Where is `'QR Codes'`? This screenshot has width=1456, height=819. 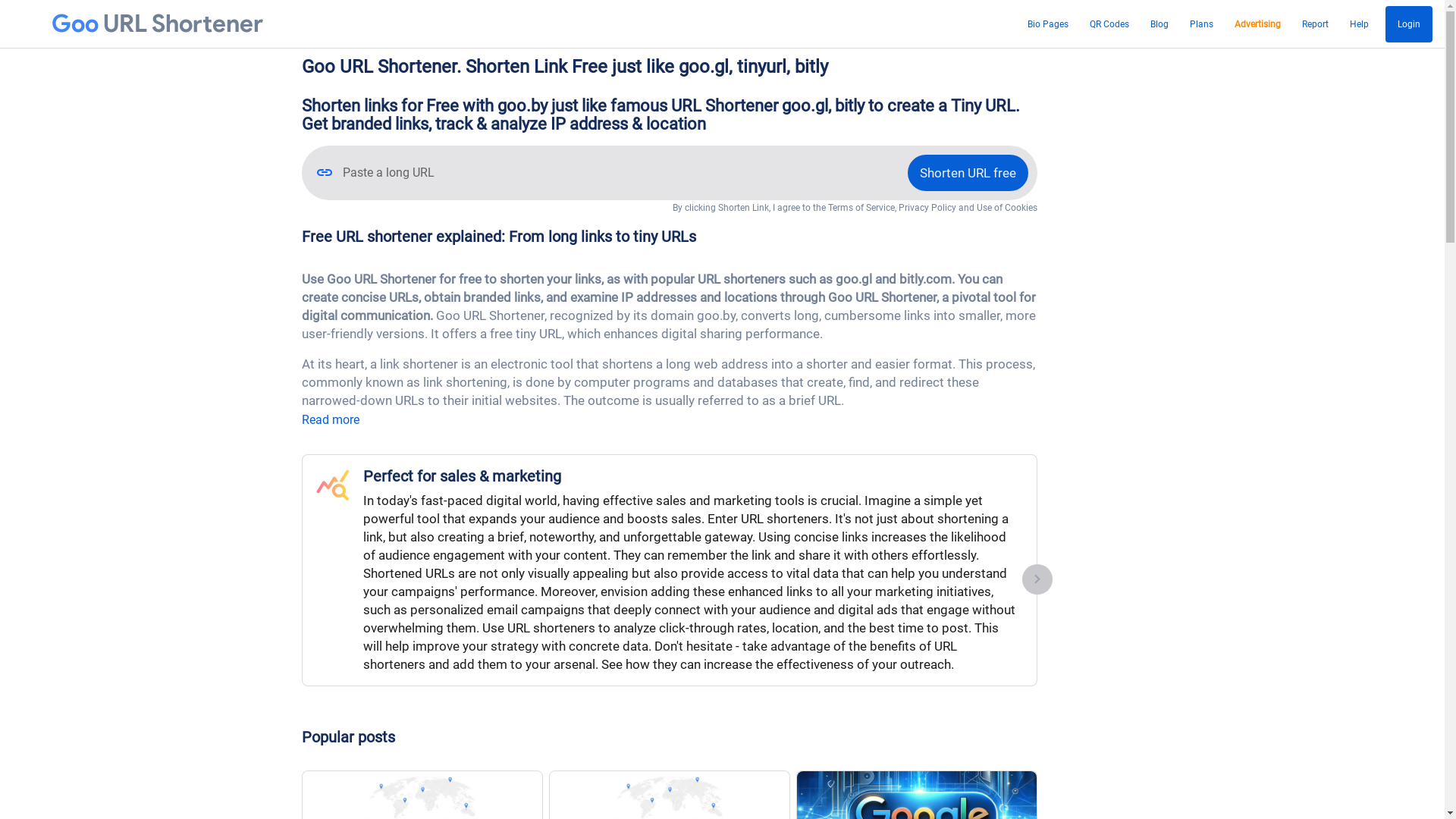
'QR Codes' is located at coordinates (1109, 24).